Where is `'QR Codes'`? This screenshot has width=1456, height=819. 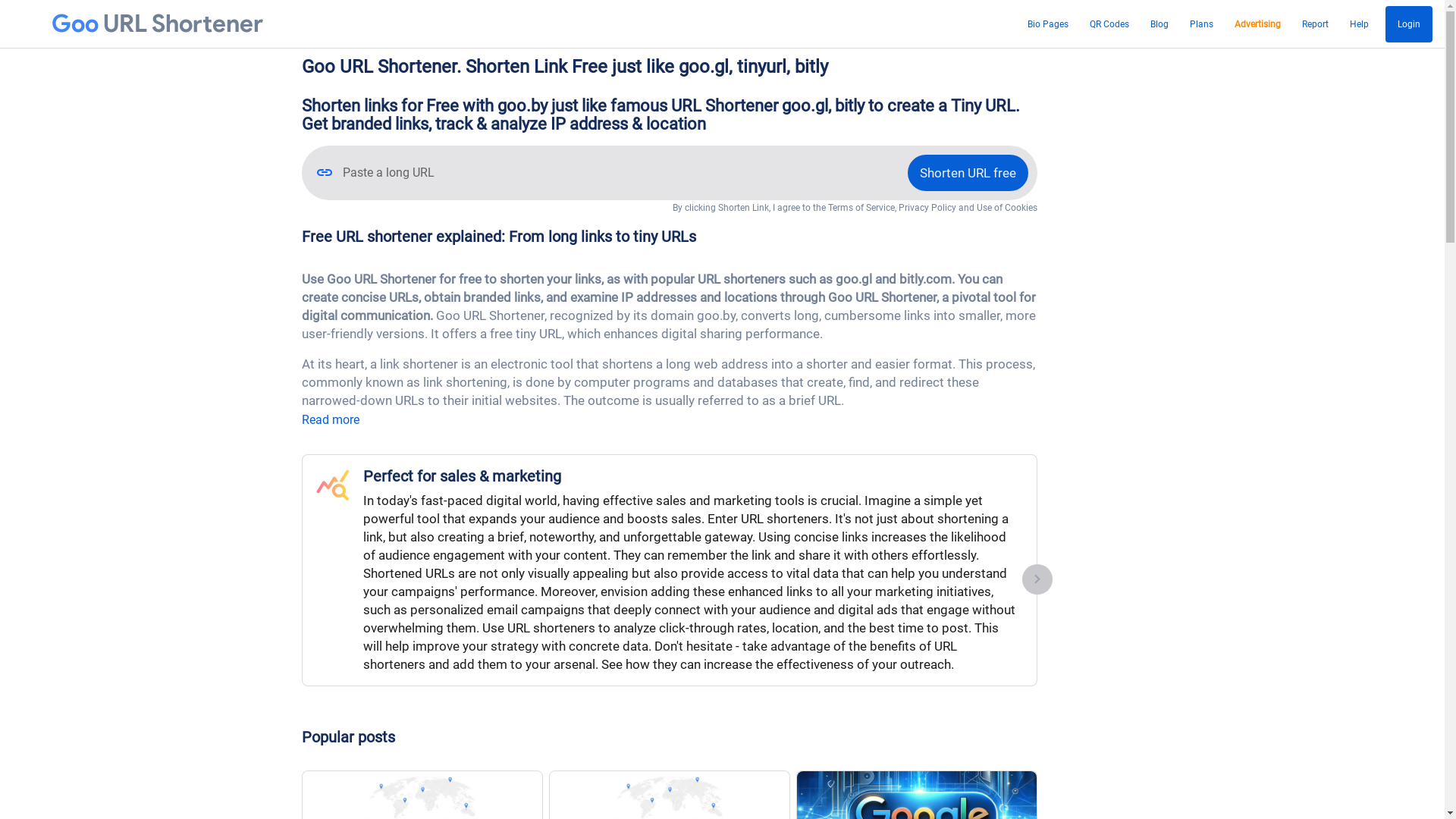
'QR Codes' is located at coordinates (1109, 24).